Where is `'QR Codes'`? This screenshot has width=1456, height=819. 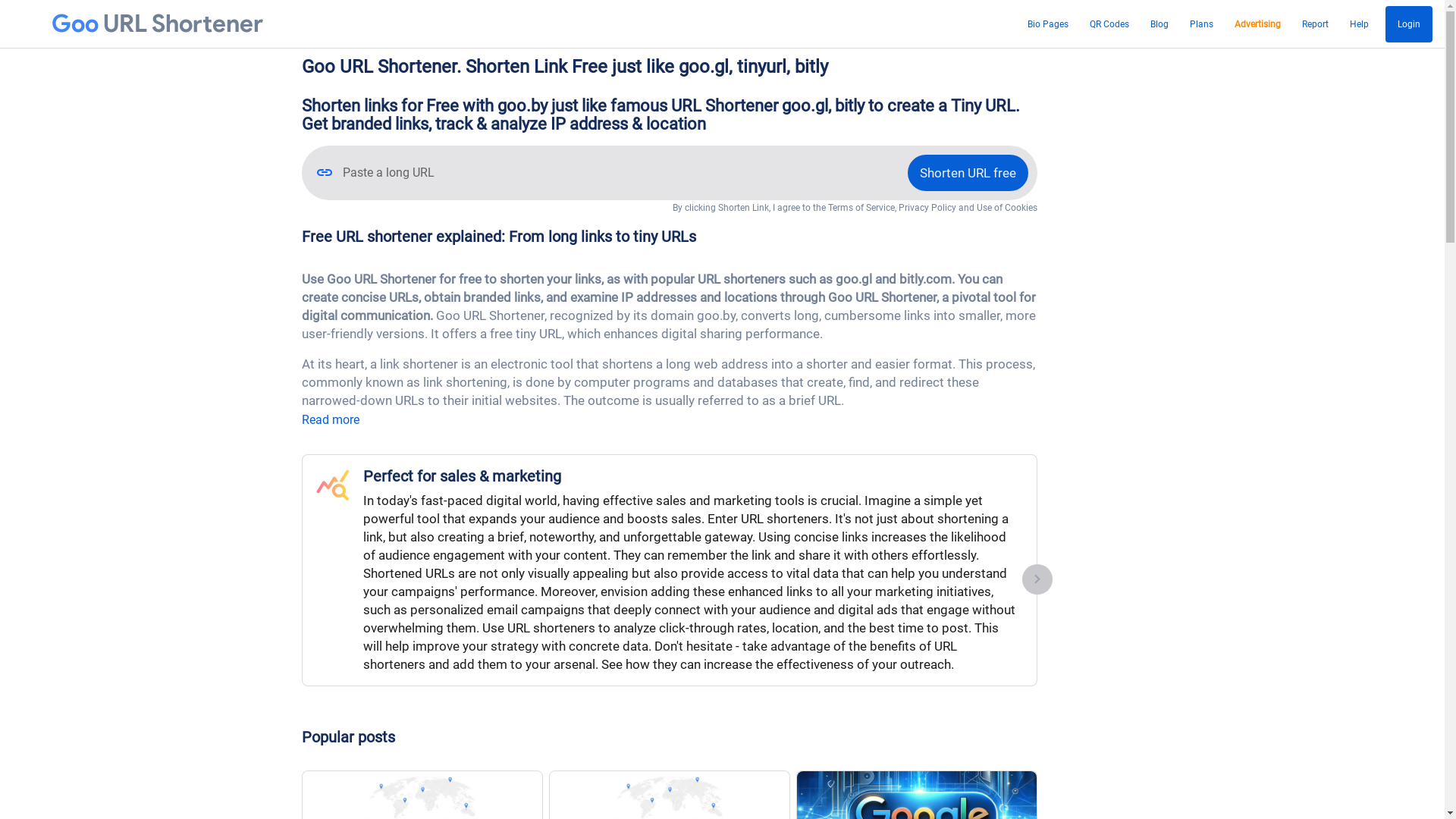
'QR Codes' is located at coordinates (1109, 24).